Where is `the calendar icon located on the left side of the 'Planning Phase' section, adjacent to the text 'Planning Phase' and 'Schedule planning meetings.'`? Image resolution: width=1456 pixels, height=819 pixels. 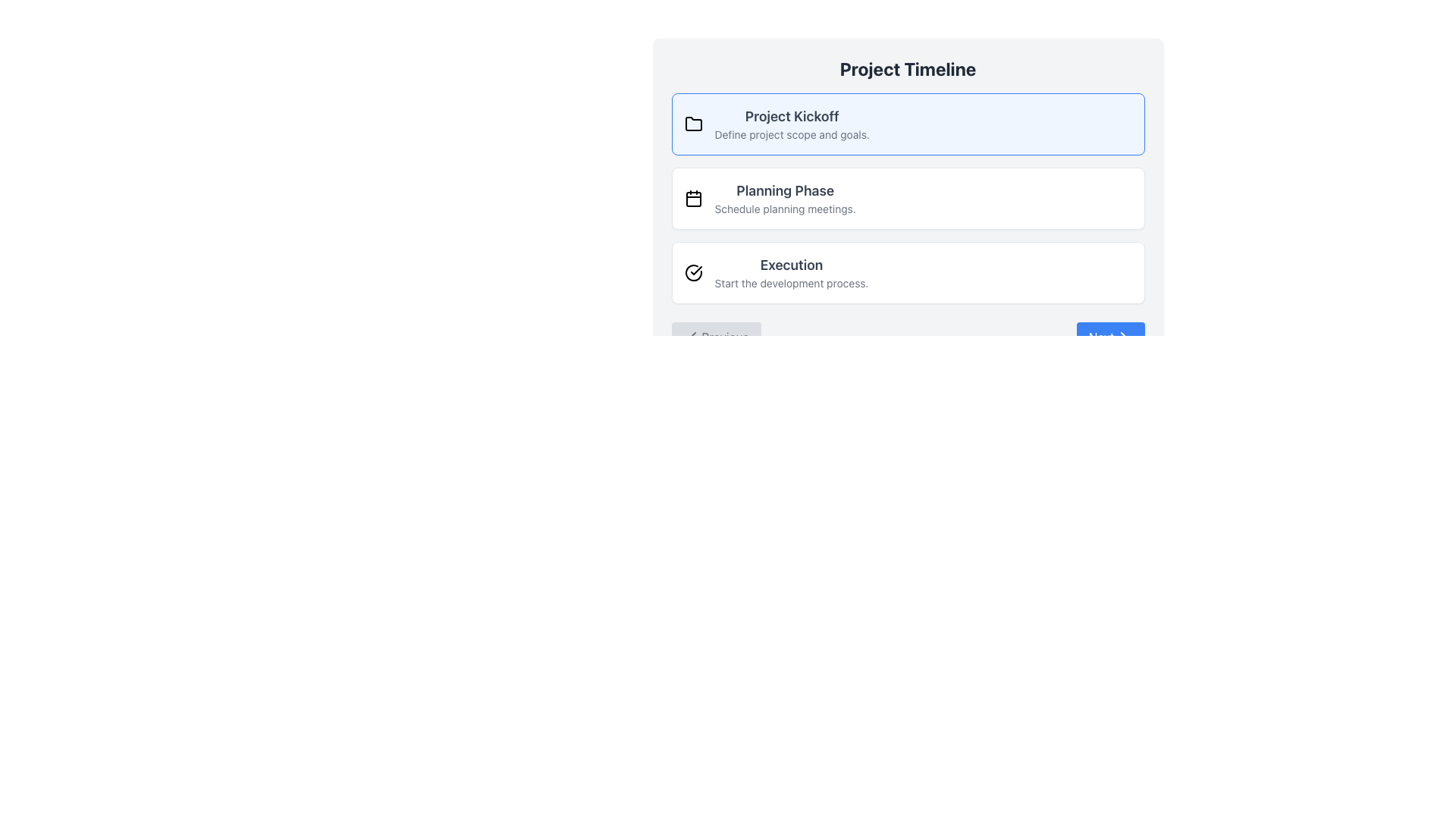 the calendar icon located on the left side of the 'Planning Phase' section, adjacent to the text 'Planning Phase' and 'Schedule planning meetings.' is located at coordinates (692, 198).